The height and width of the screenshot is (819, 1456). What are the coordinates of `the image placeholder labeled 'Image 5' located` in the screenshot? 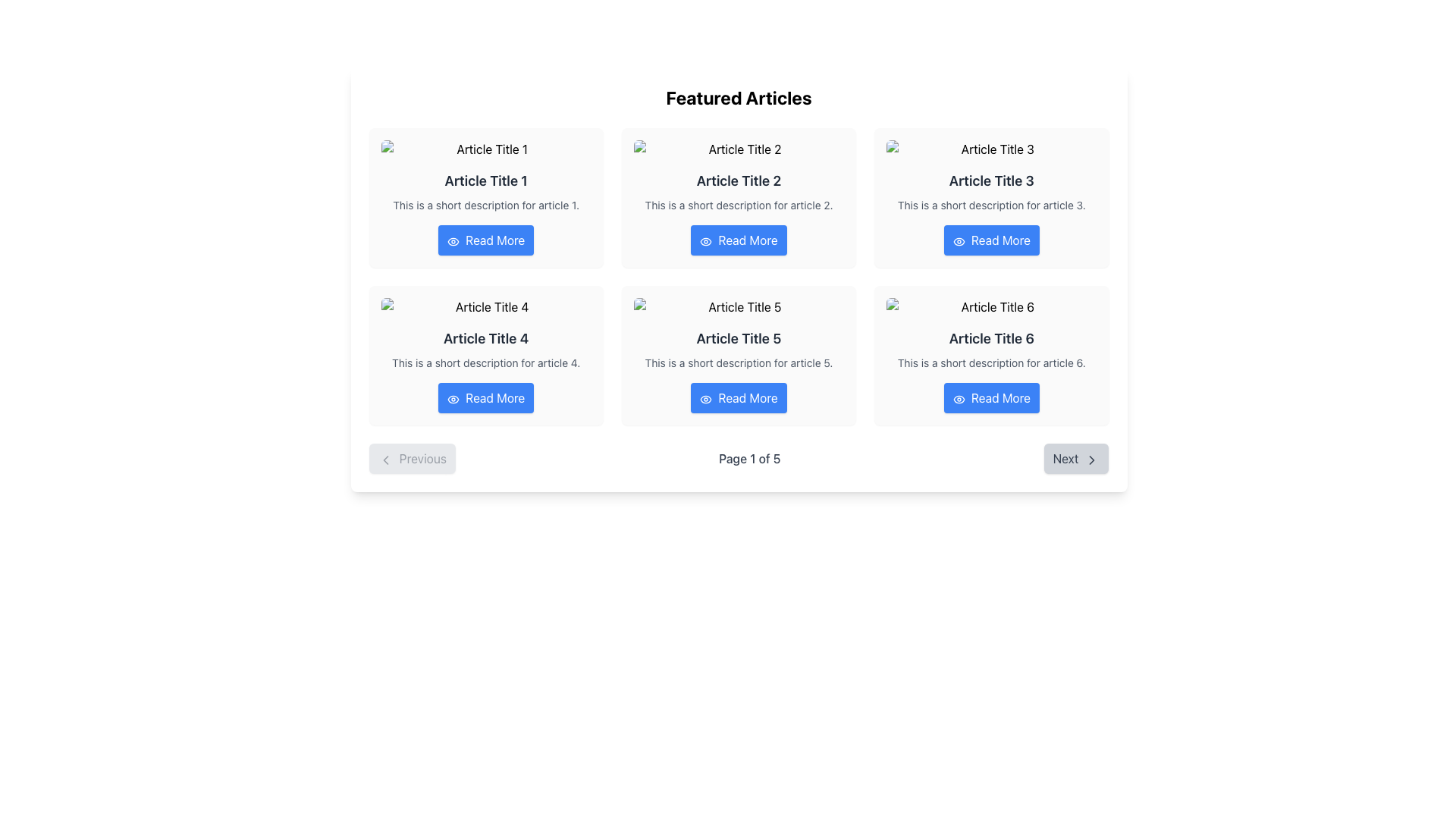 It's located at (739, 307).